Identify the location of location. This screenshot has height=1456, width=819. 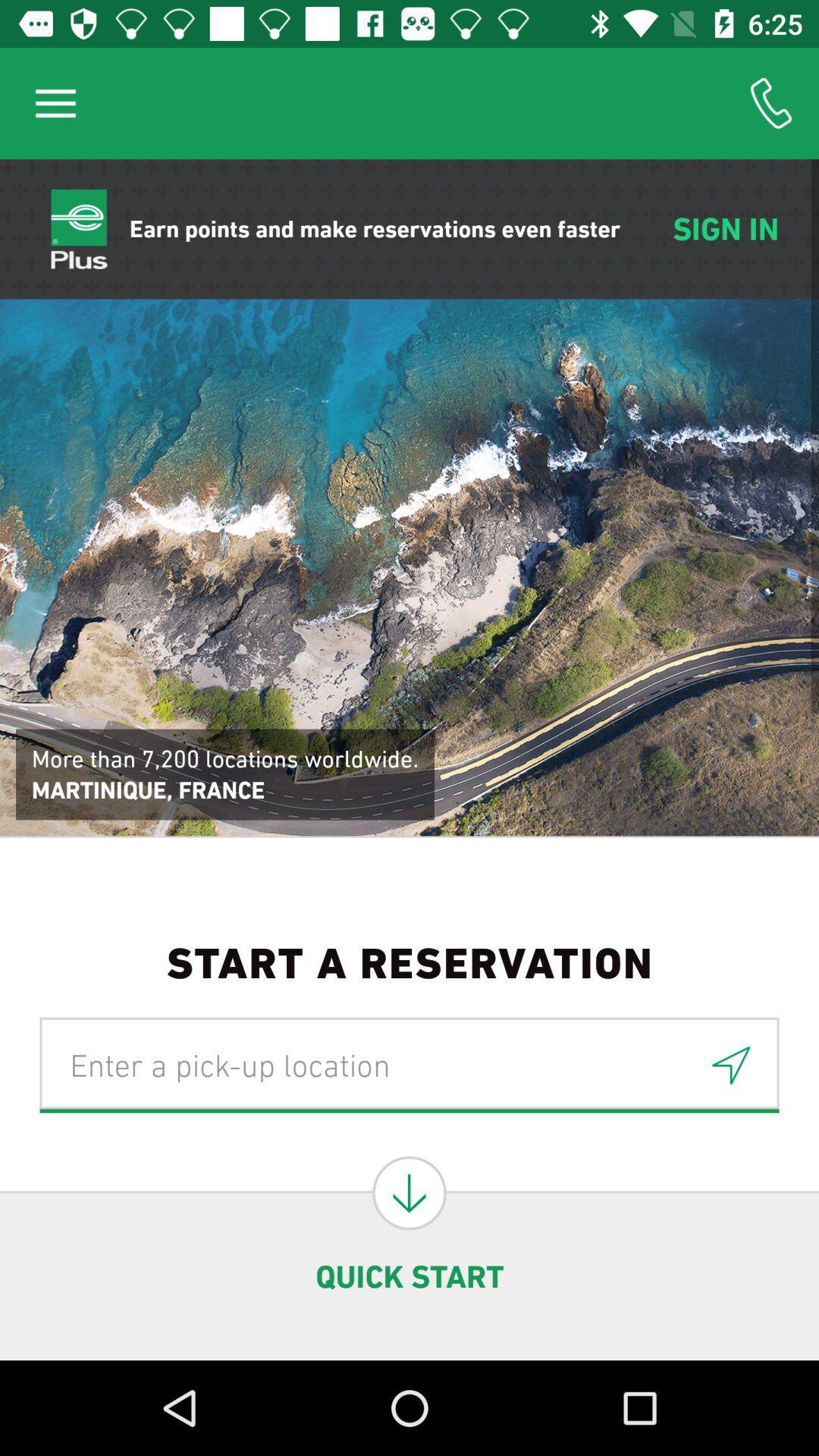
(337, 1064).